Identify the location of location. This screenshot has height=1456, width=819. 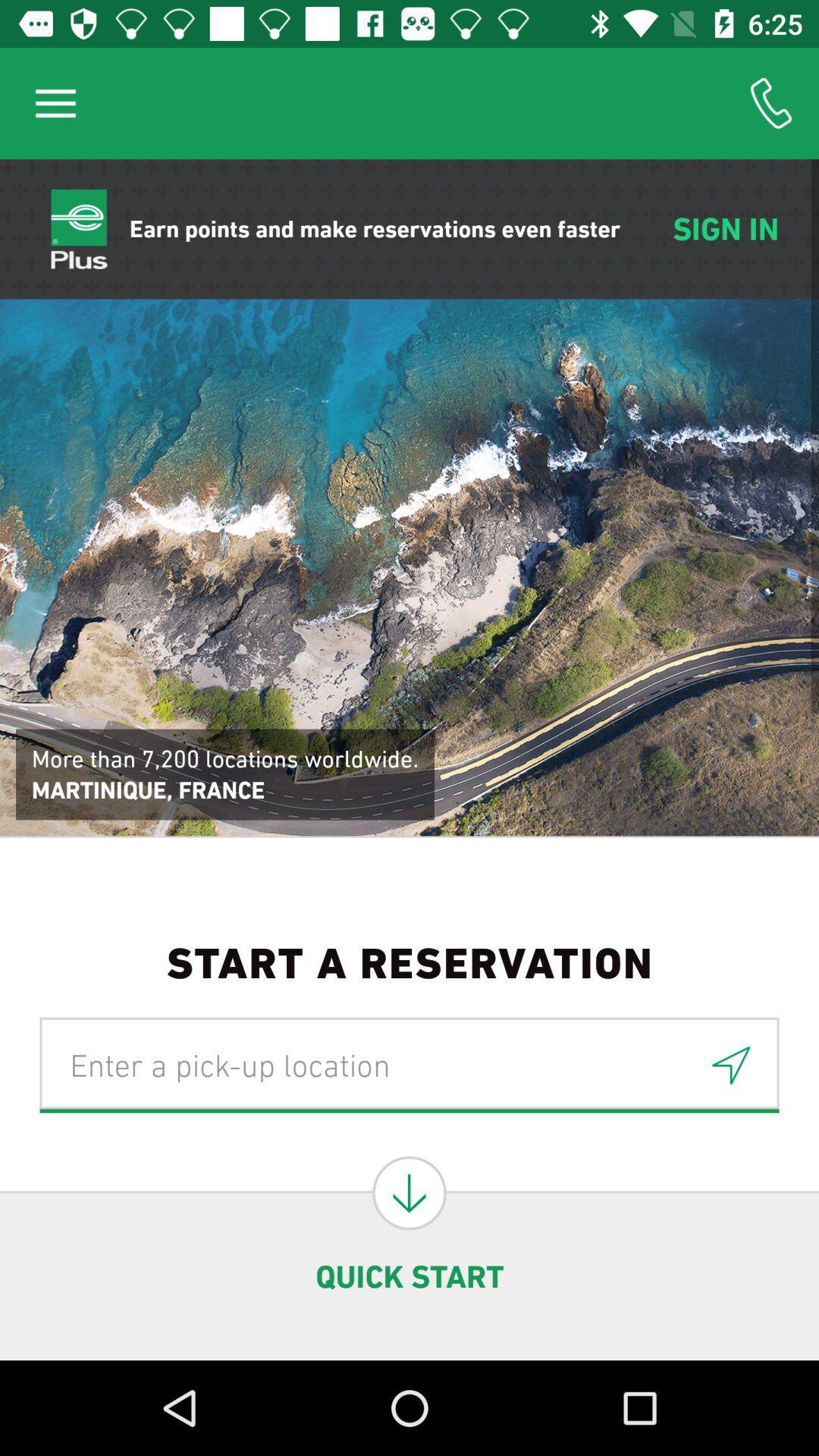
(337, 1064).